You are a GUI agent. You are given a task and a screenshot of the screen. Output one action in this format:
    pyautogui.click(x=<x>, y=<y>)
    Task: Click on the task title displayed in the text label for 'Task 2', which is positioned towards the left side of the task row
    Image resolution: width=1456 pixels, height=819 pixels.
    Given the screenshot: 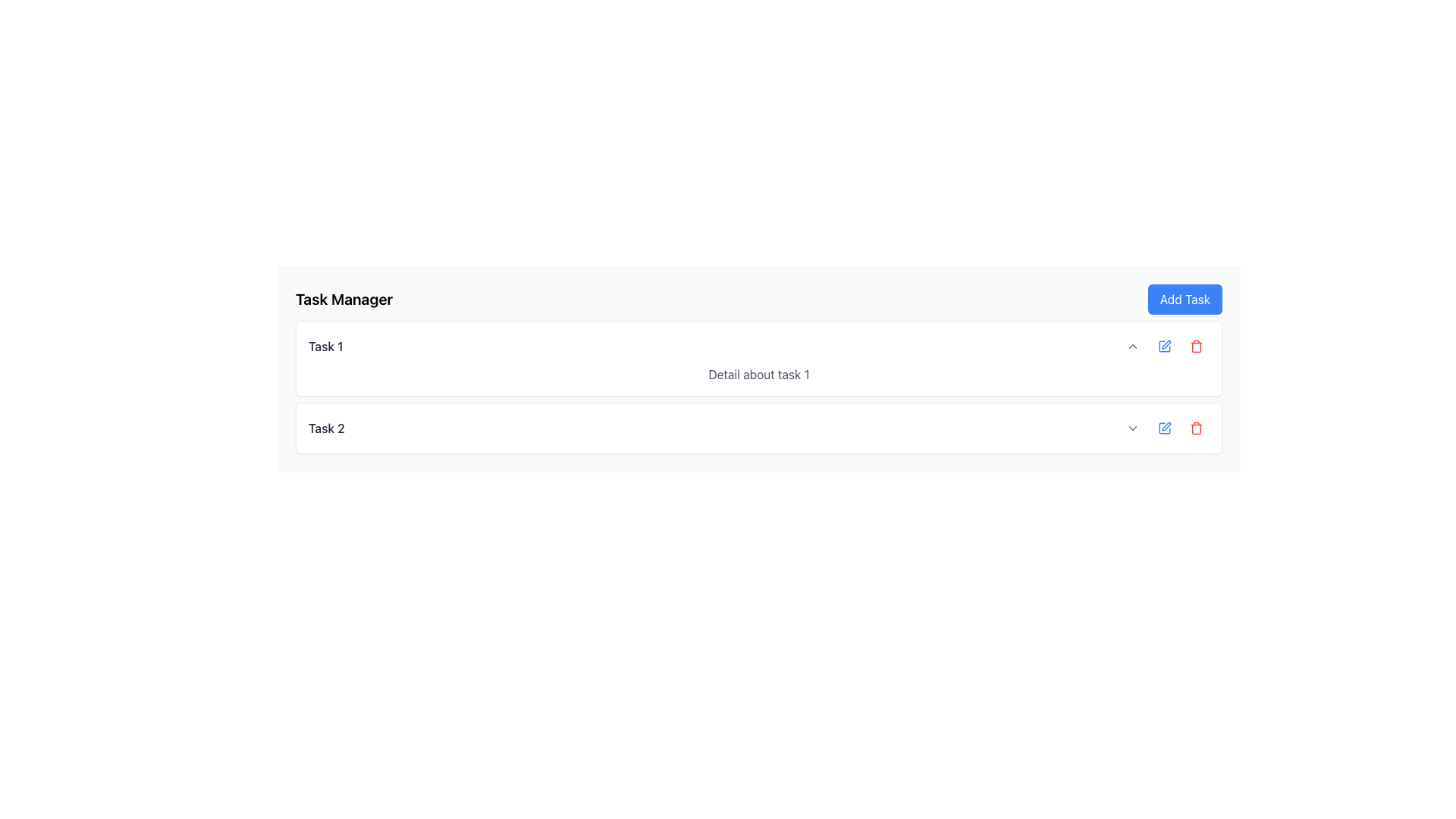 What is the action you would take?
    pyautogui.click(x=325, y=428)
    